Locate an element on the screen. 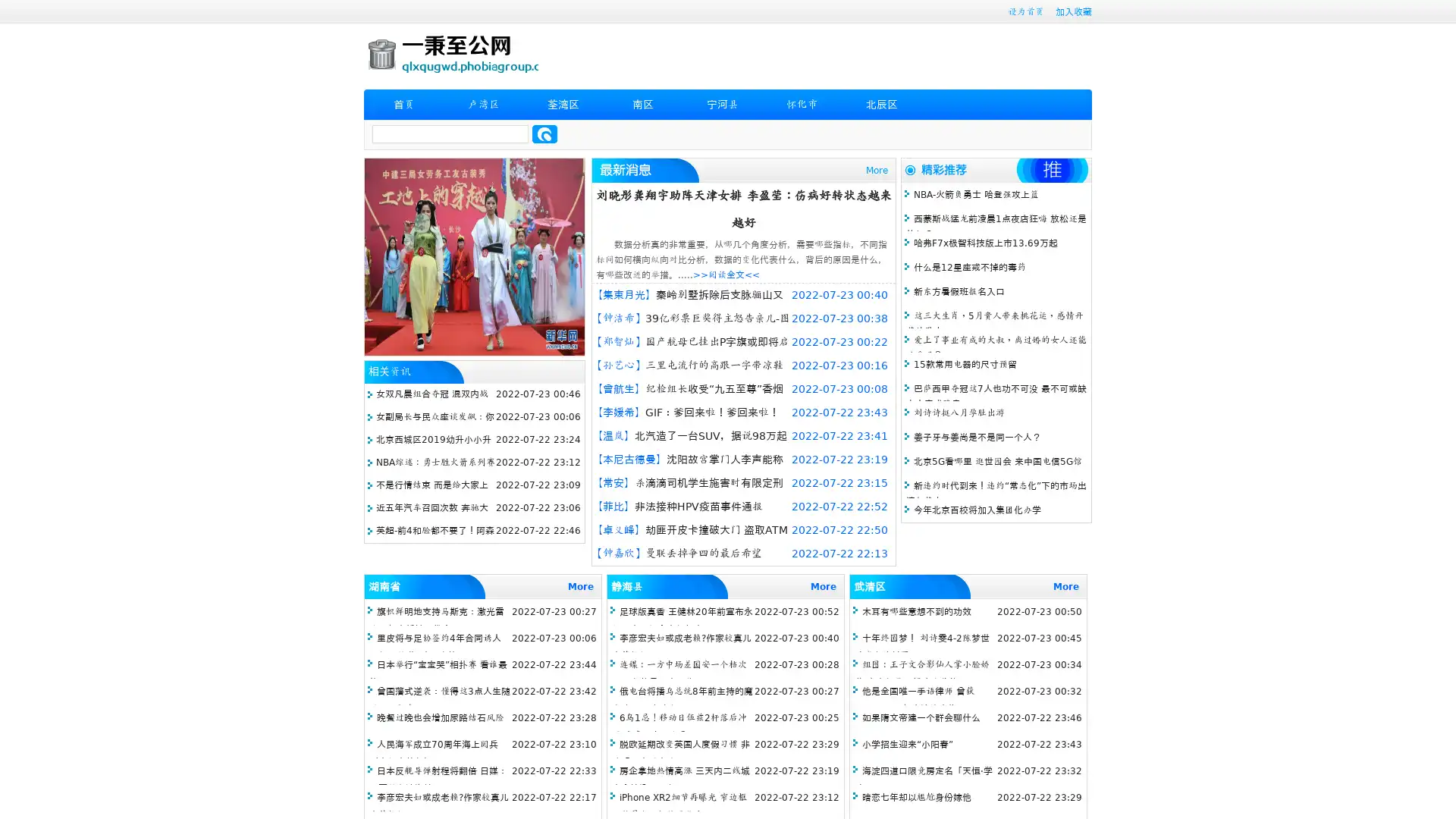 The height and width of the screenshot is (819, 1456). Search is located at coordinates (544, 133).